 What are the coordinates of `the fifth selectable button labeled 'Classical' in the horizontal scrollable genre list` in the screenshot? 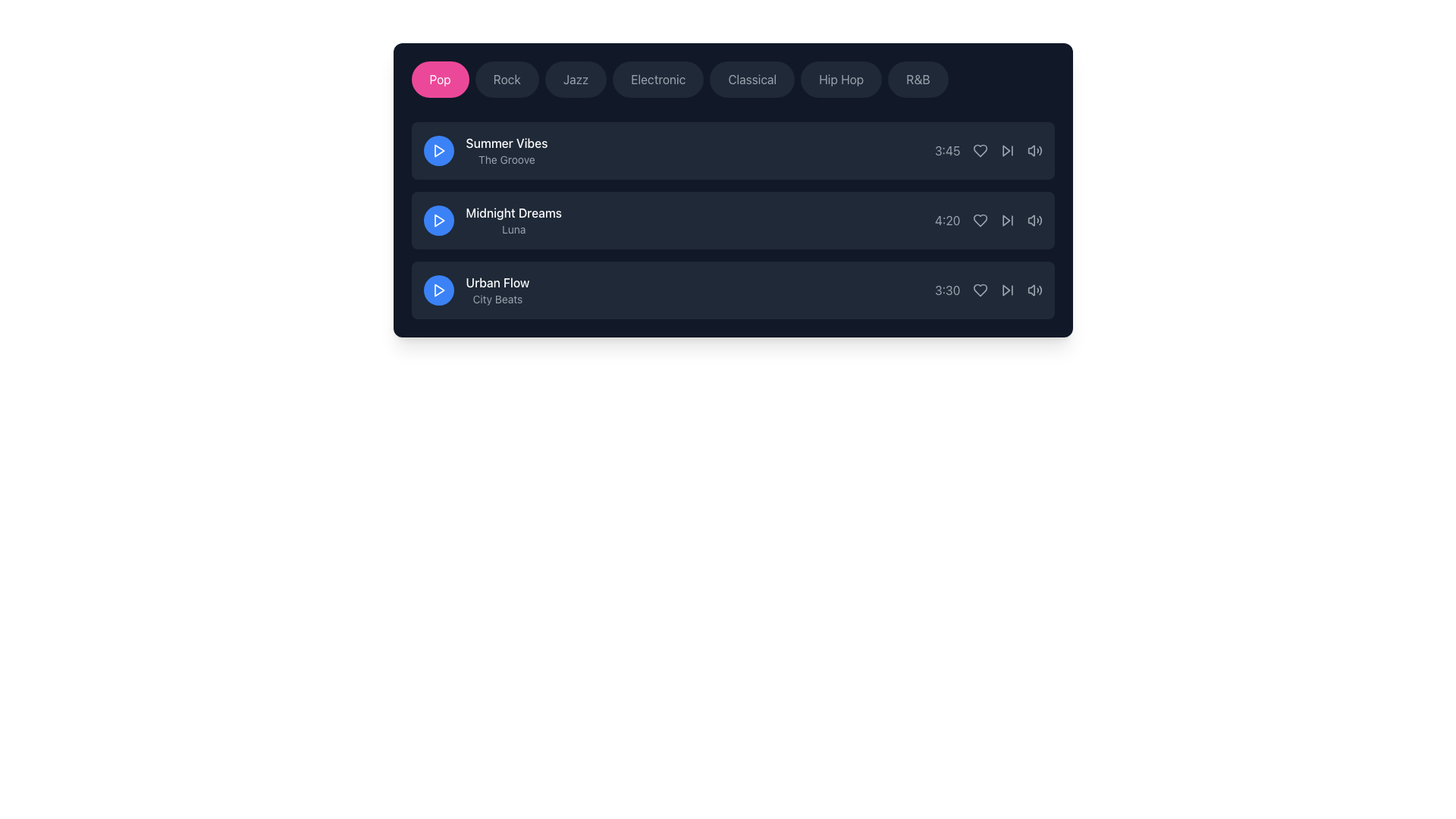 It's located at (733, 79).